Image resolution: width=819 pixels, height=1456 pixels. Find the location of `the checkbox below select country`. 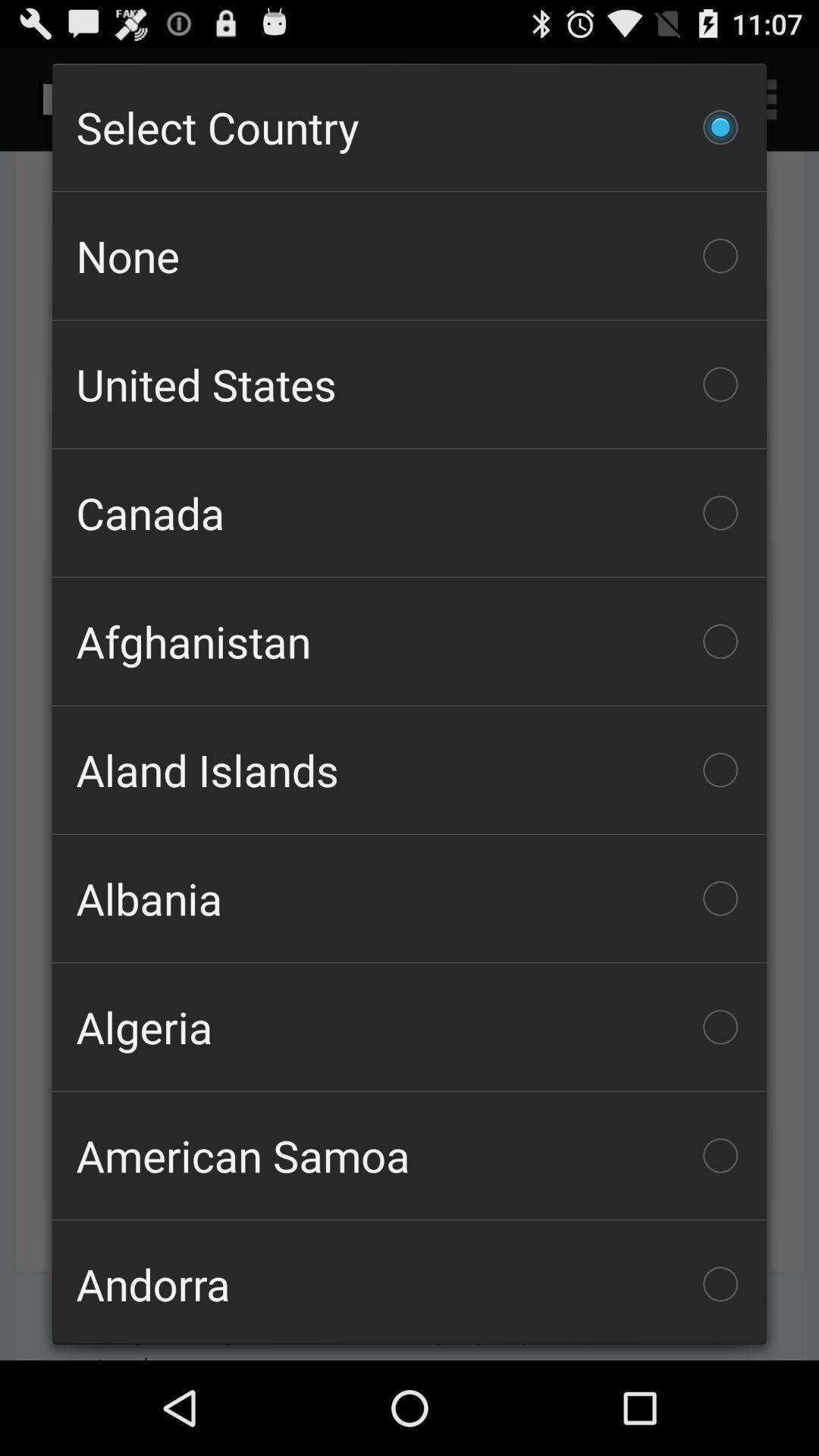

the checkbox below select country is located at coordinates (409, 256).